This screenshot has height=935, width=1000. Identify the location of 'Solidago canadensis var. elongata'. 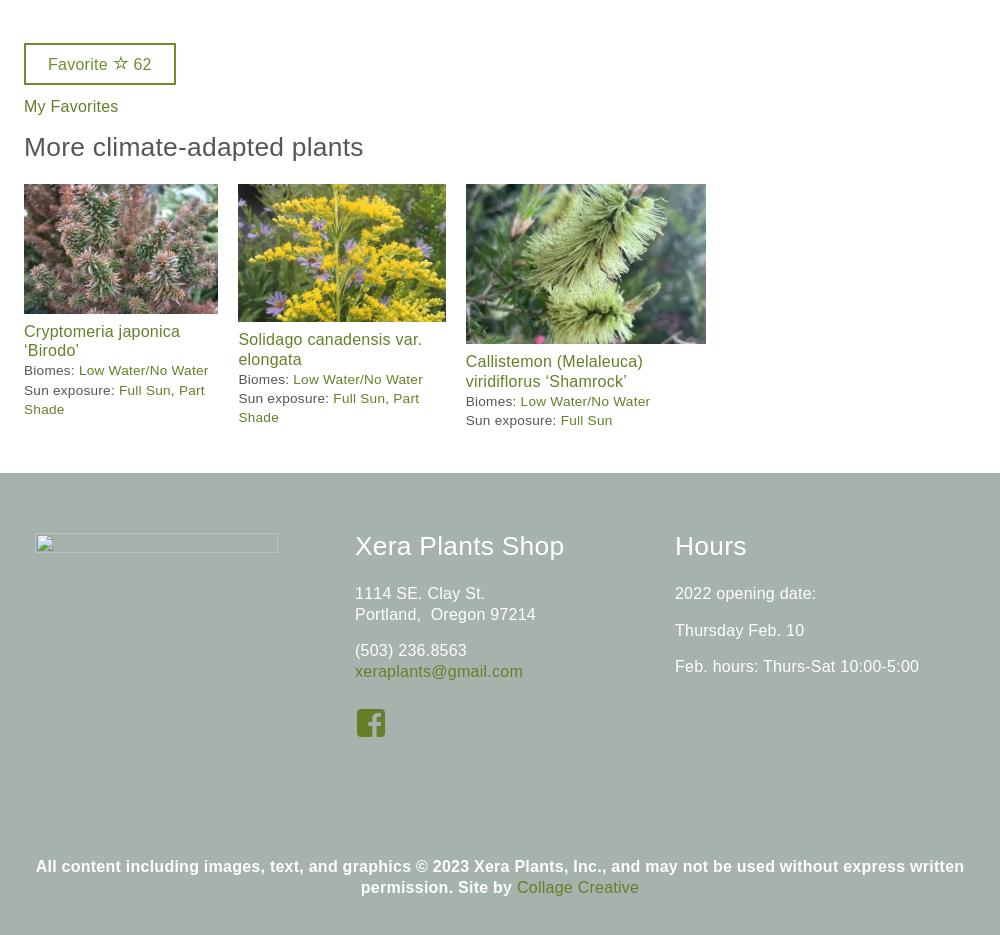
(329, 348).